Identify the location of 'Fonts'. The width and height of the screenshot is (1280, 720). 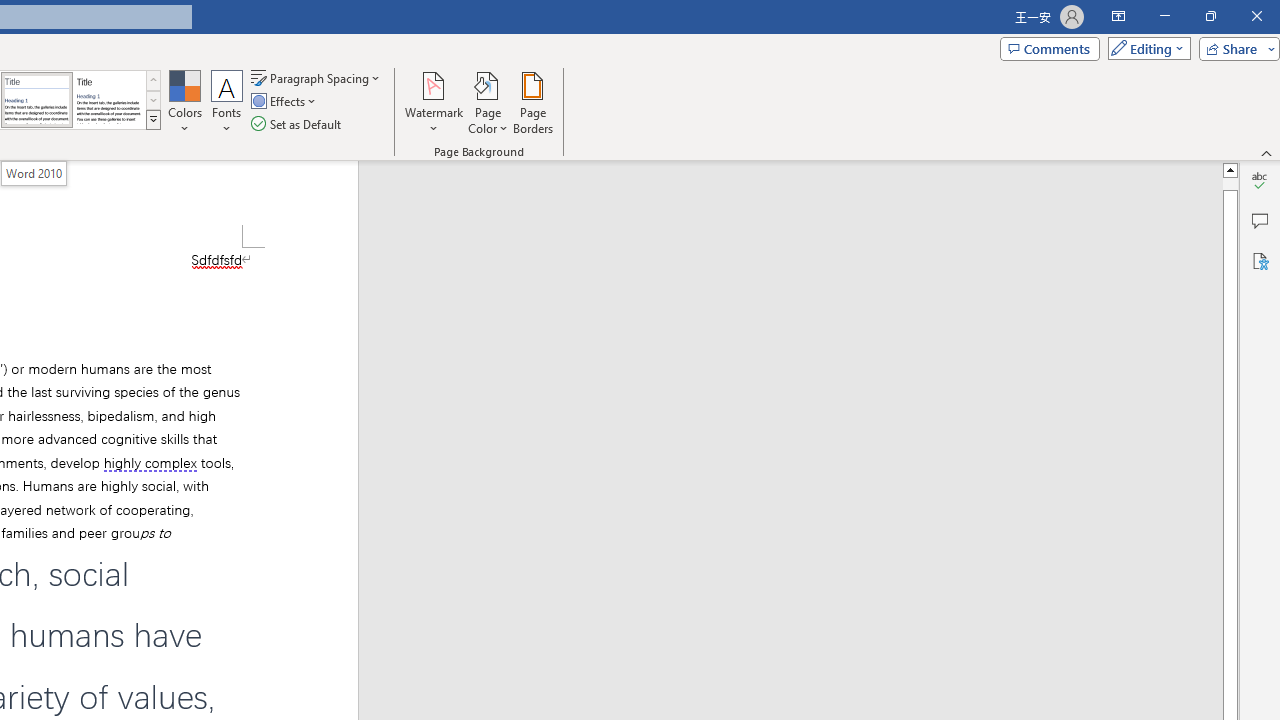
(227, 103).